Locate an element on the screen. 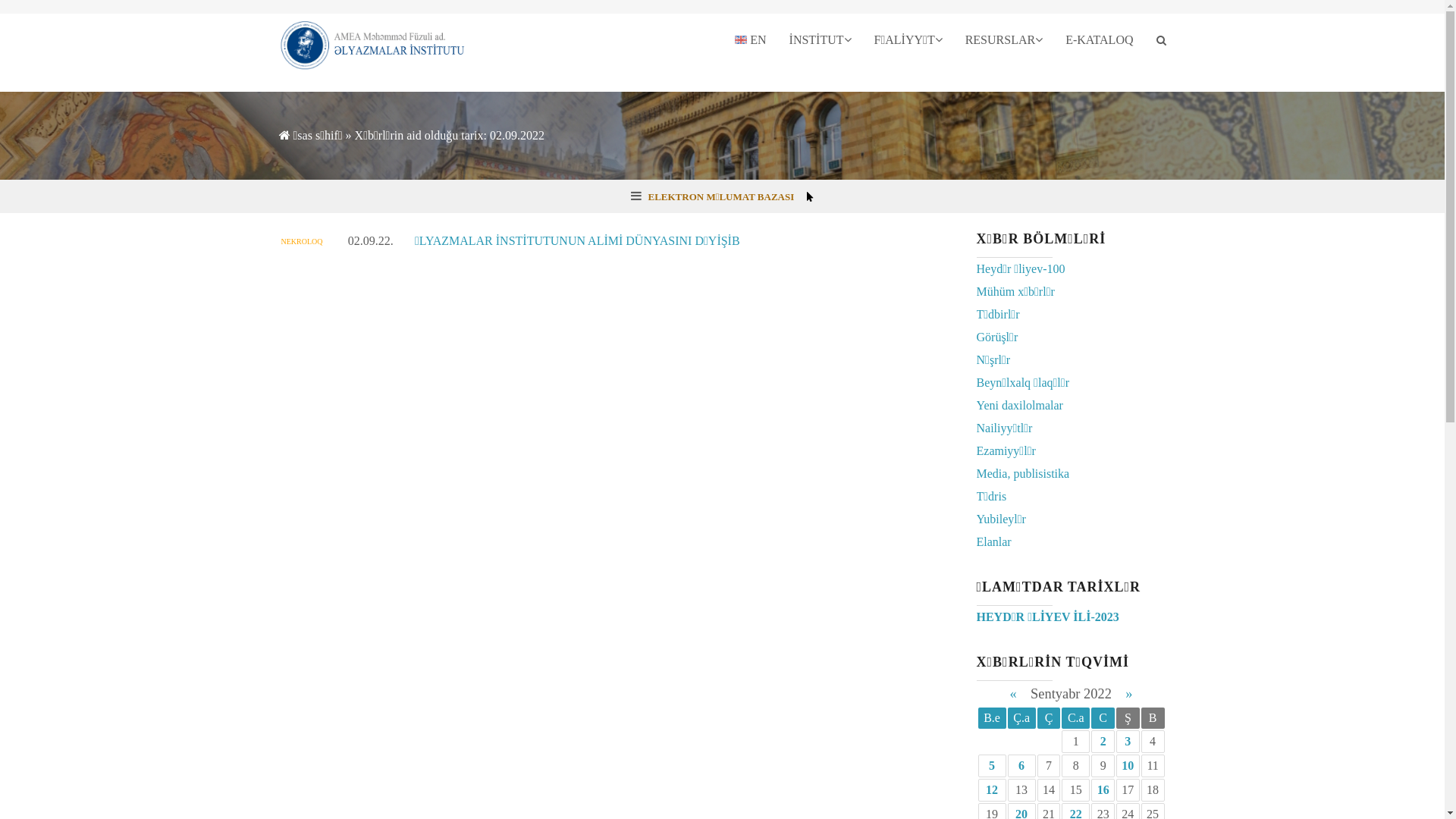  '6' is located at coordinates (1021, 765).